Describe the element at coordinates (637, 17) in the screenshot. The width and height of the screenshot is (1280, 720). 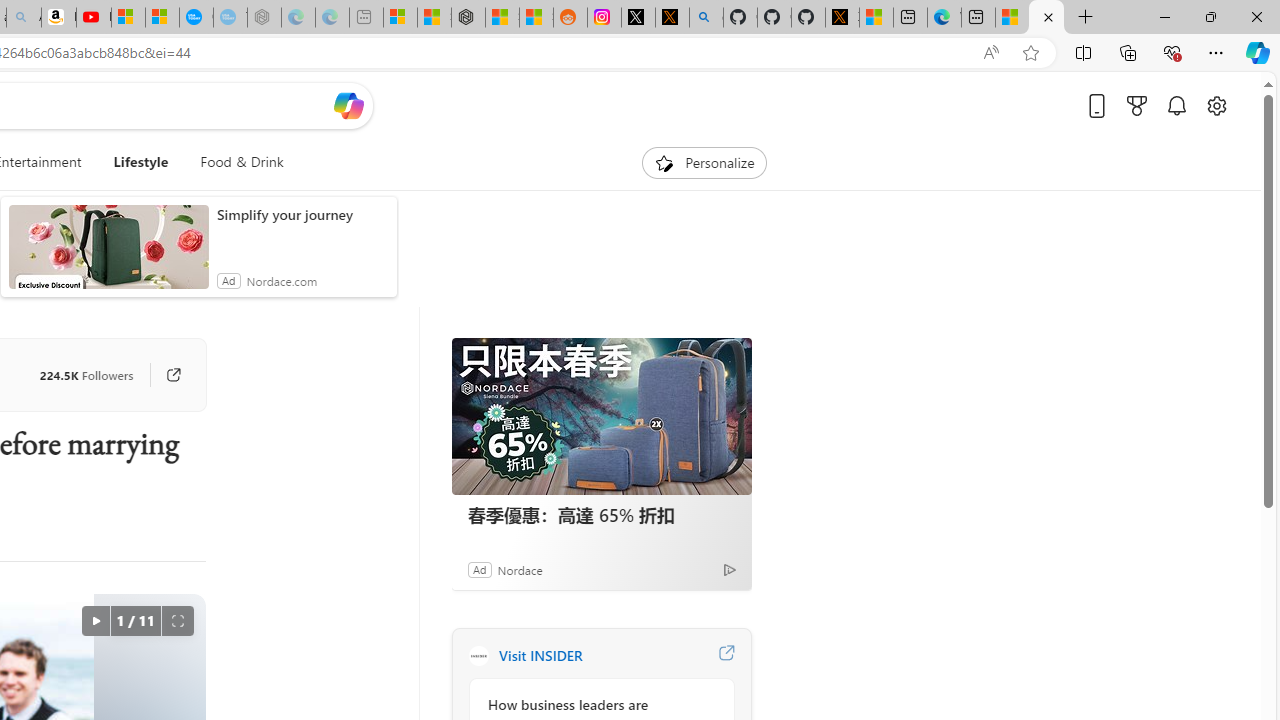
I see `'Log in to X / X'` at that location.